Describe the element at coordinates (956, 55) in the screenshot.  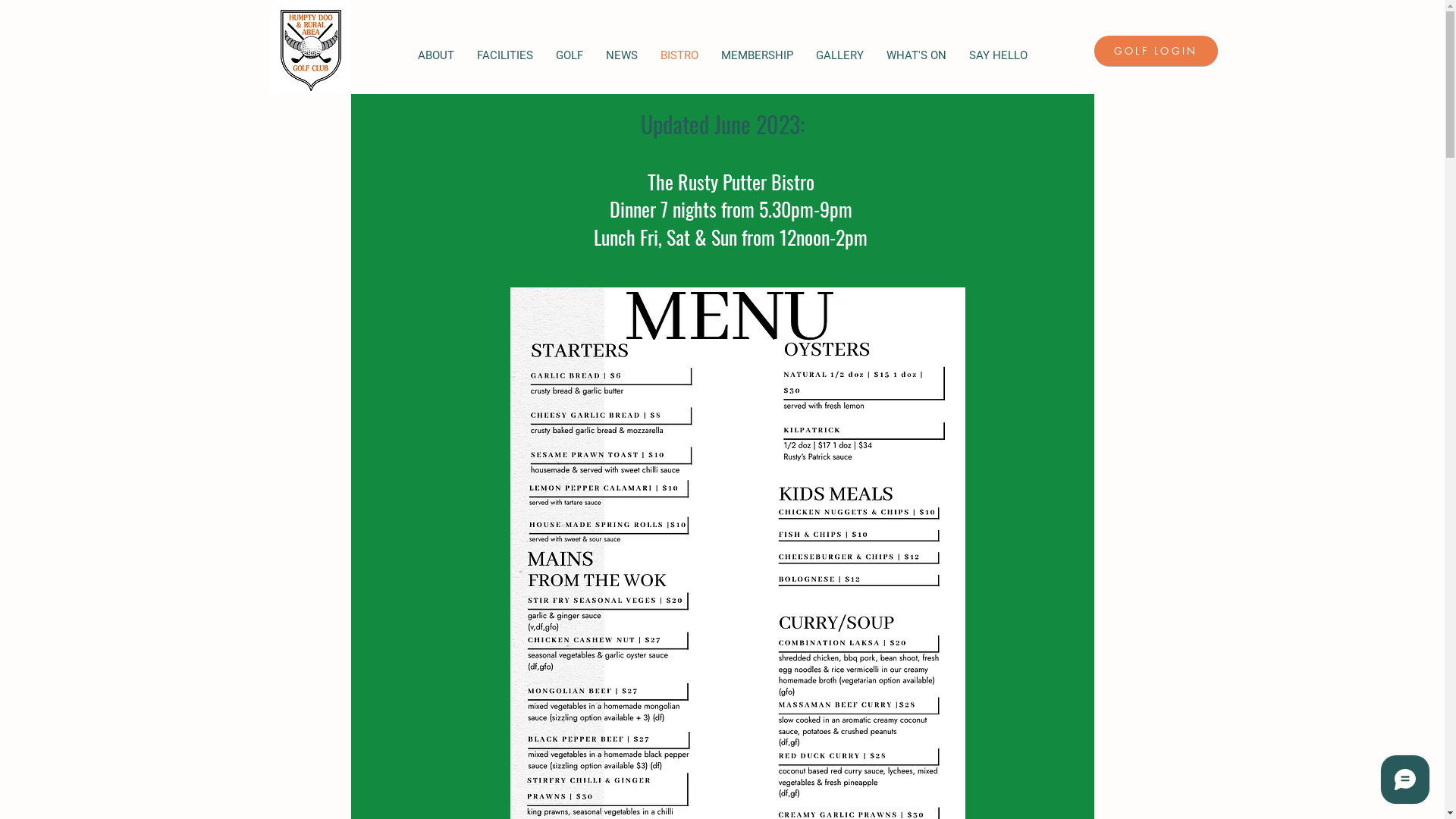
I see `'SAY HELLO'` at that location.